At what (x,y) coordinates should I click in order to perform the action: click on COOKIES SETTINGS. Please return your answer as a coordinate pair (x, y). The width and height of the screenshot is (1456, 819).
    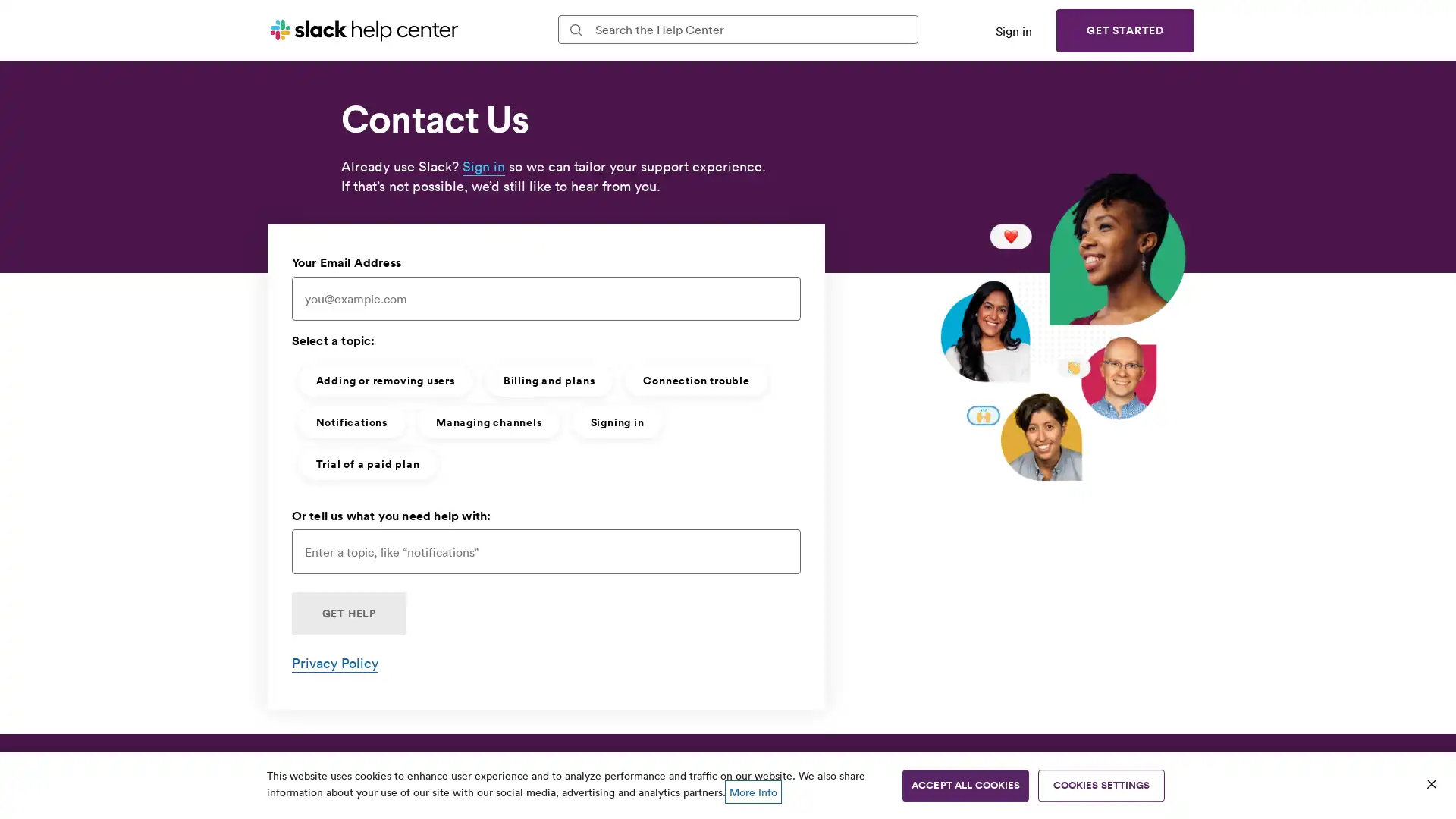
    Looking at the image, I should click on (1101, 785).